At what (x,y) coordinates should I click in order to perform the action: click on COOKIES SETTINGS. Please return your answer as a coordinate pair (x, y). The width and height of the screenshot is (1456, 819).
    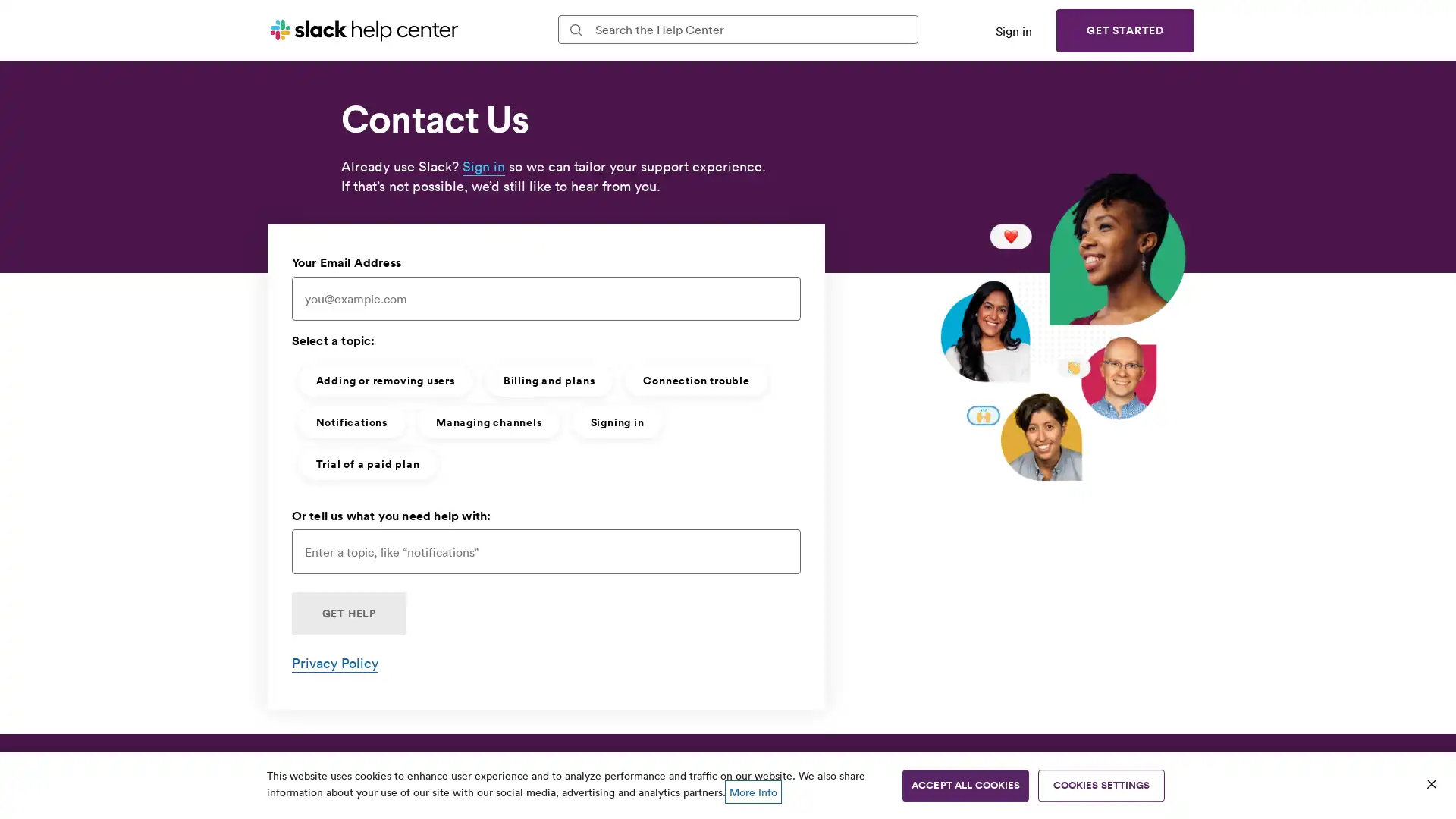
    Looking at the image, I should click on (1101, 785).